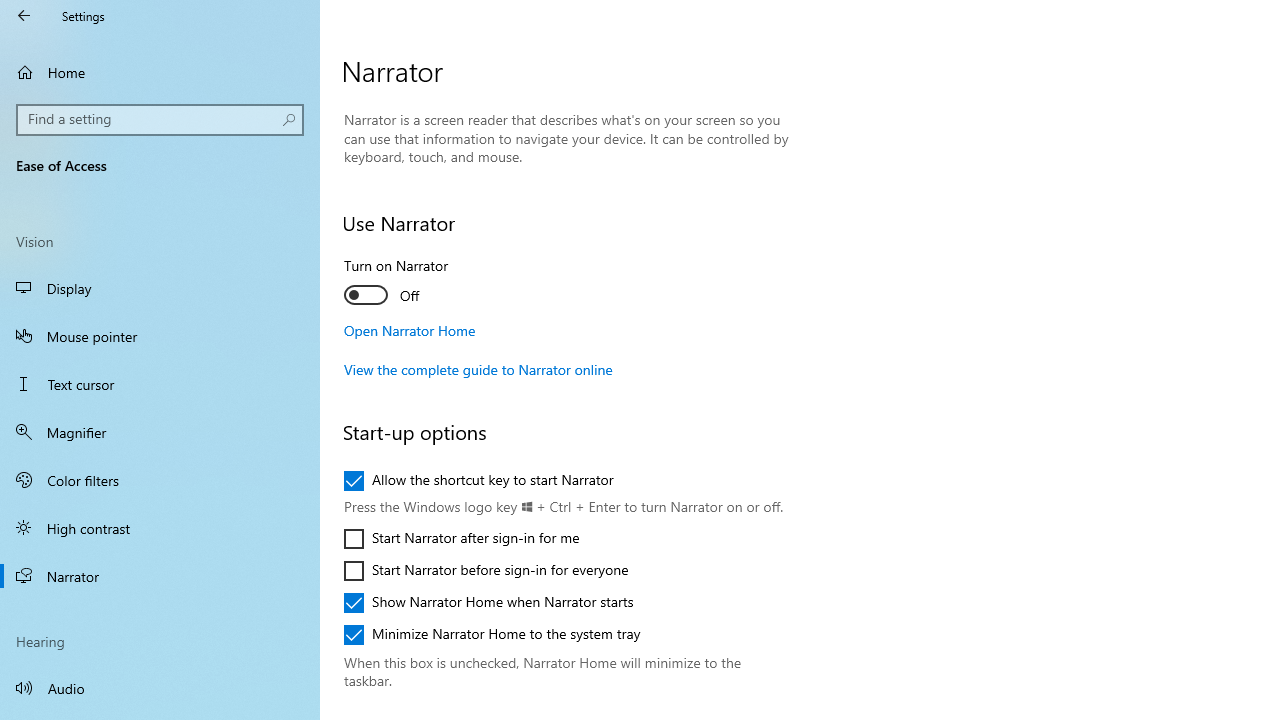 This screenshot has width=1280, height=720. What do you see at coordinates (160, 576) in the screenshot?
I see `'Narrator'` at bounding box center [160, 576].